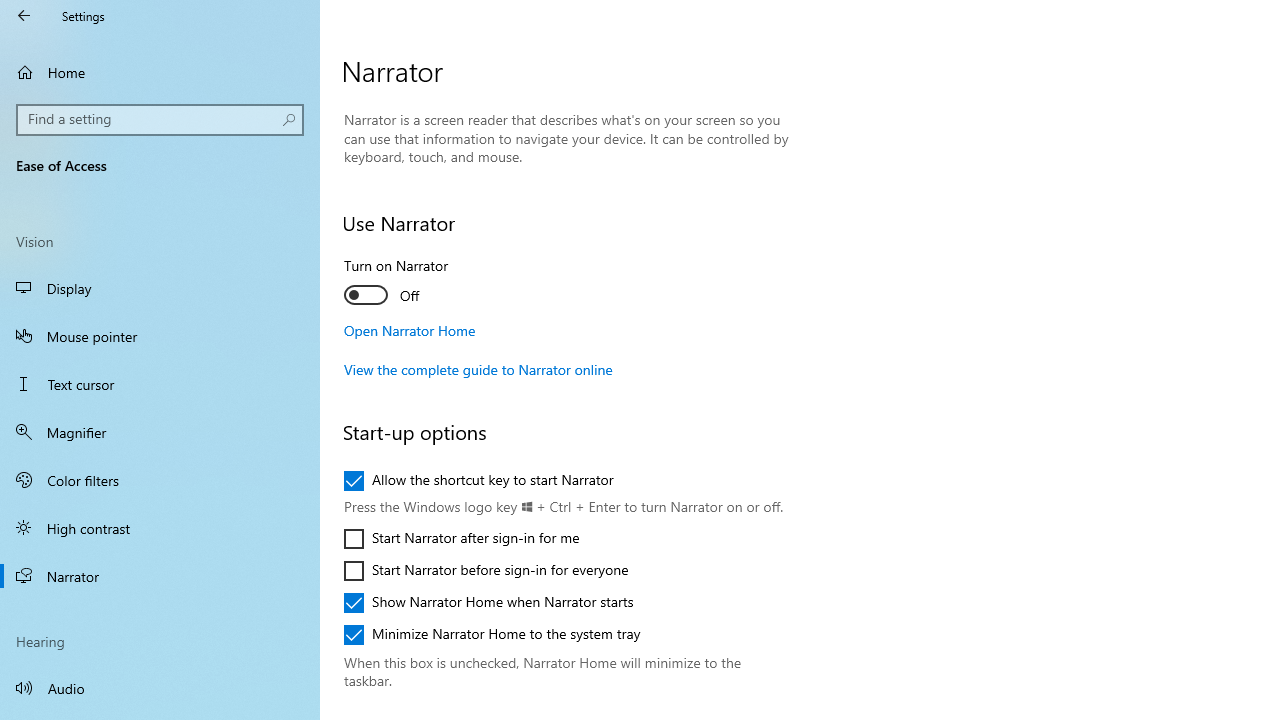 This screenshot has width=1280, height=720. What do you see at coordinates (160, 576) in the screenshot?
I see `'Narrator'` at bounding box center [160, 576].